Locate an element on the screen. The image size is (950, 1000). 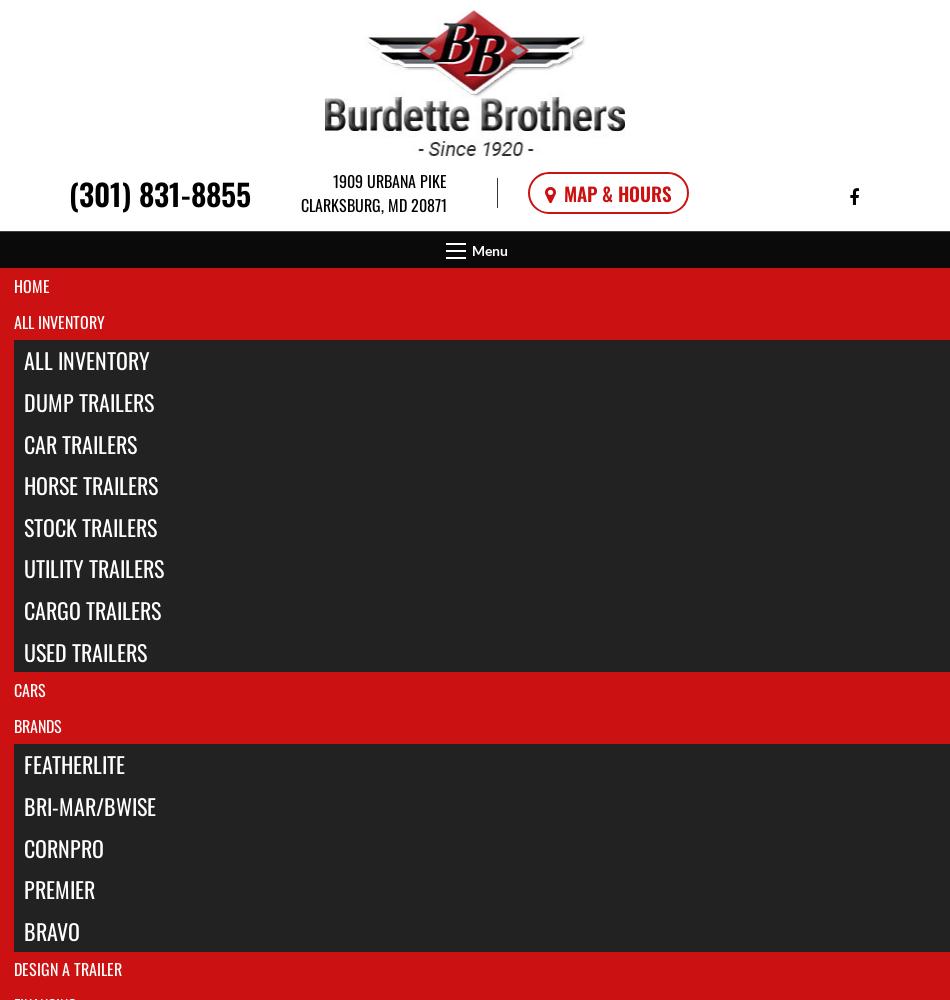
'Bravo' is located at coordinates (51, 930).